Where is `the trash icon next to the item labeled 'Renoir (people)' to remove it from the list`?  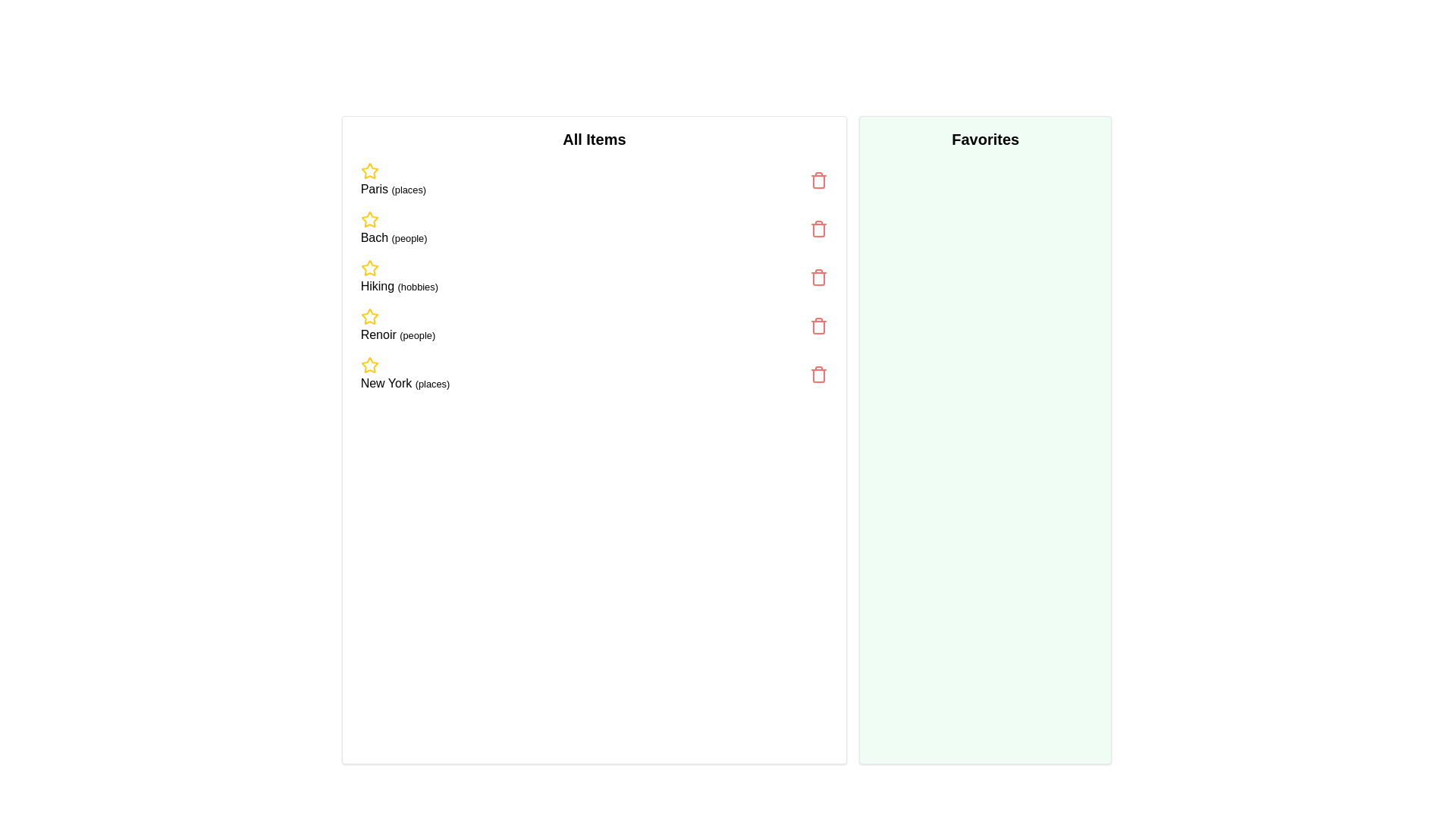
the trash icon next to the item labeled 'Renoir (people)' to remove it from the list is located at coordinates (818, 325).